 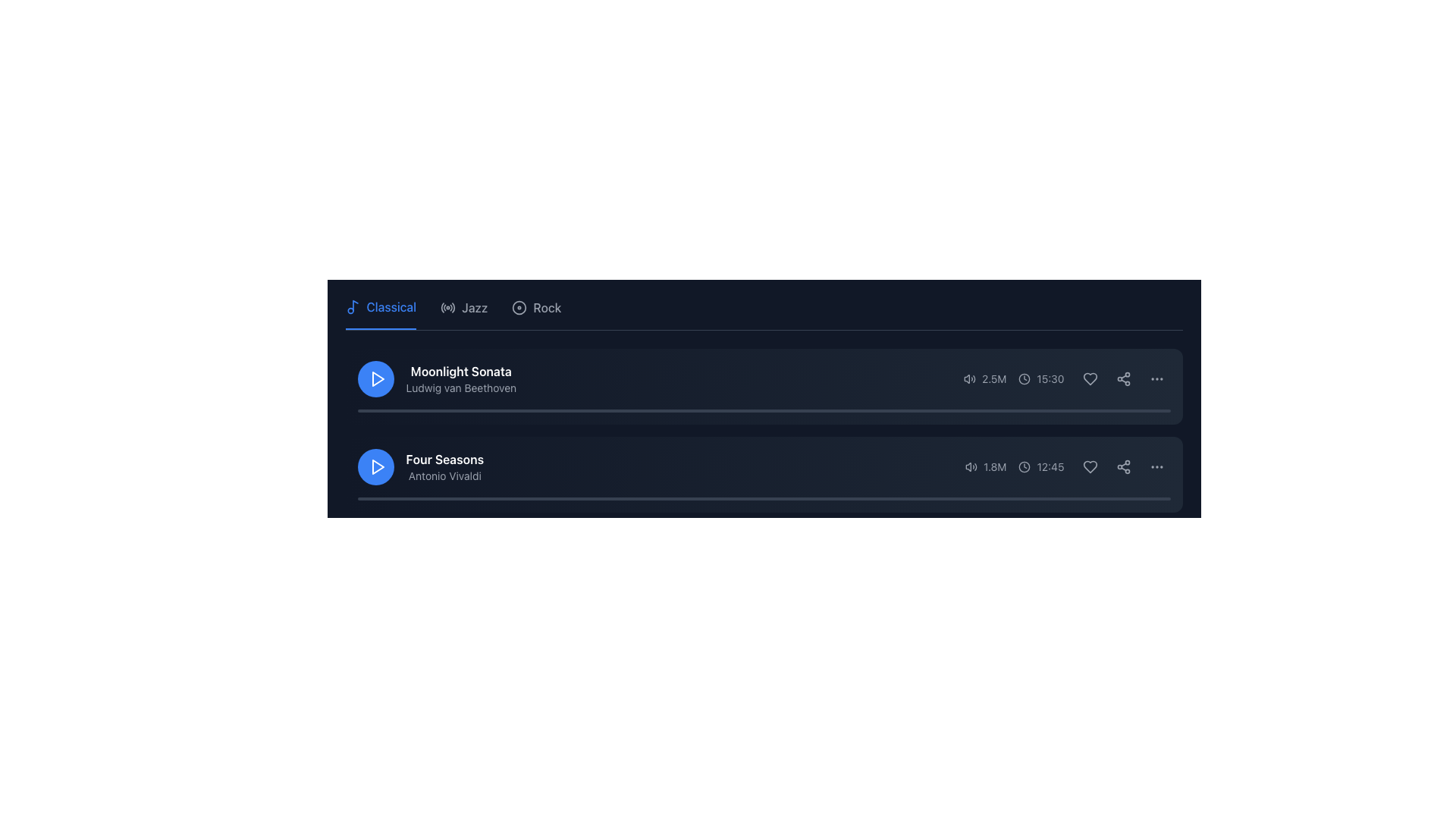 I want to click on the 'Rock' button, which is a circular icon followed by the text styled in gray, so click(x=536, y=312).